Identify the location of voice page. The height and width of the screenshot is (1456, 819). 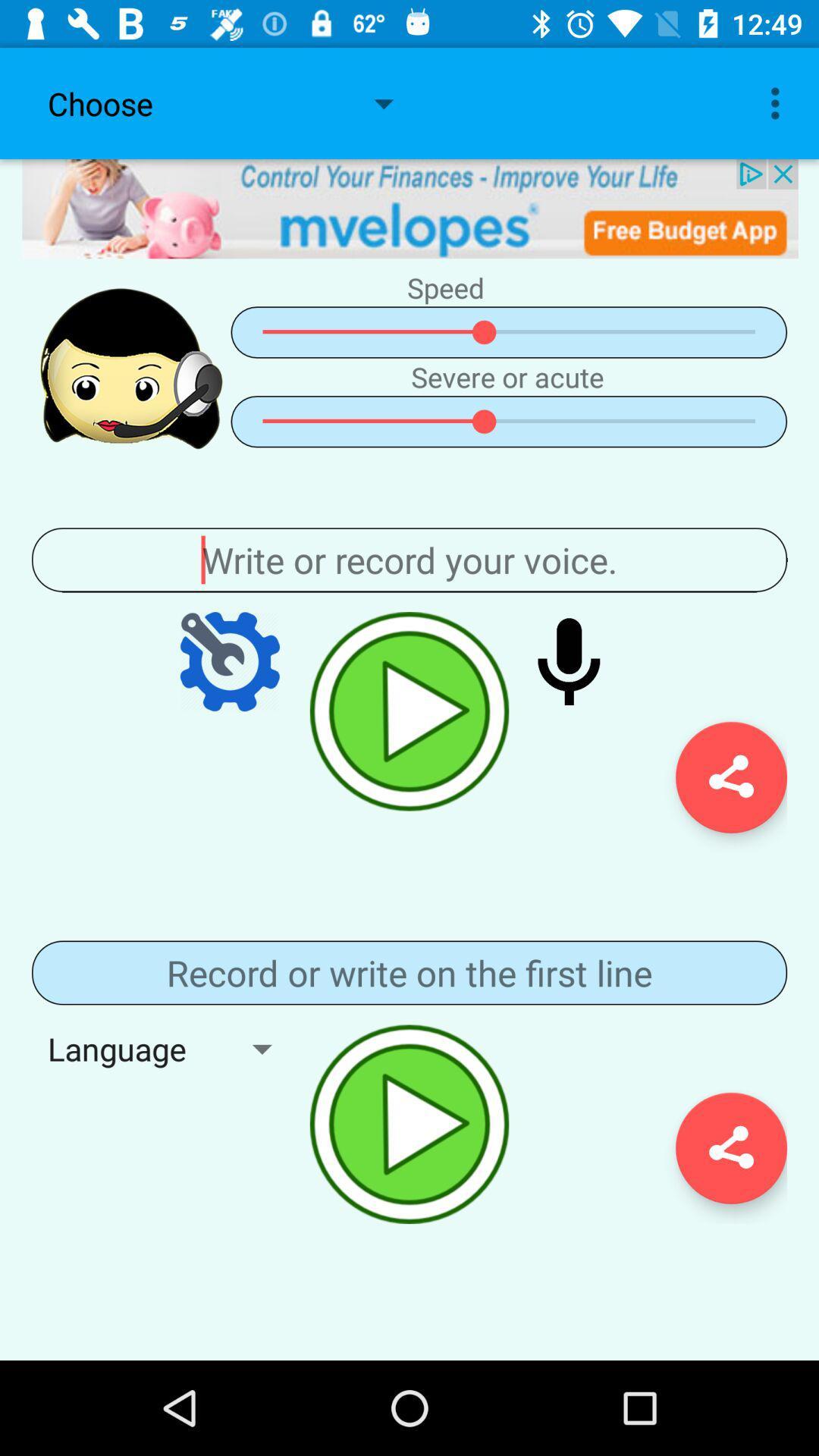
(409, 559).